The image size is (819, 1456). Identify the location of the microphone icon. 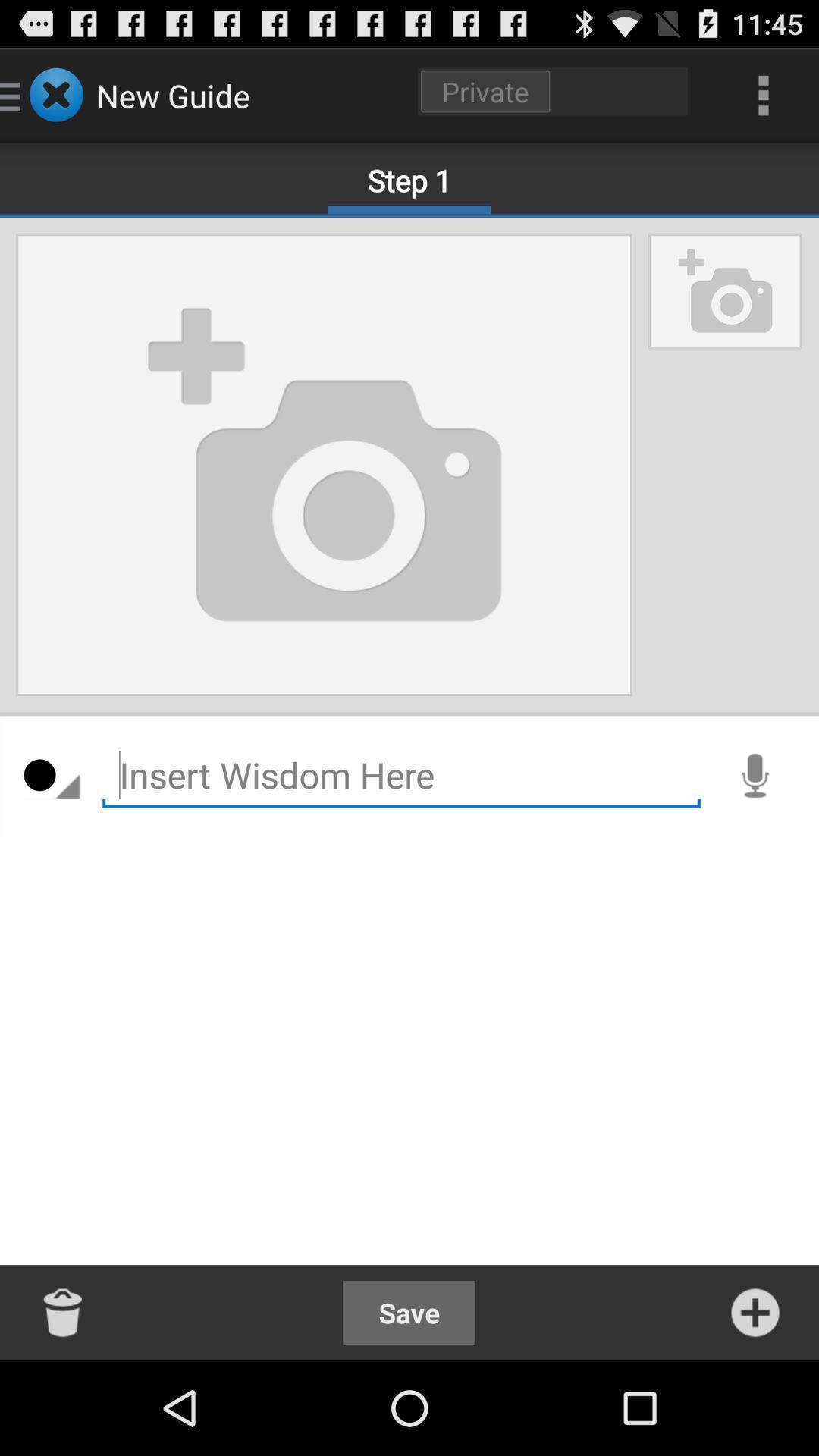
(755, 829).